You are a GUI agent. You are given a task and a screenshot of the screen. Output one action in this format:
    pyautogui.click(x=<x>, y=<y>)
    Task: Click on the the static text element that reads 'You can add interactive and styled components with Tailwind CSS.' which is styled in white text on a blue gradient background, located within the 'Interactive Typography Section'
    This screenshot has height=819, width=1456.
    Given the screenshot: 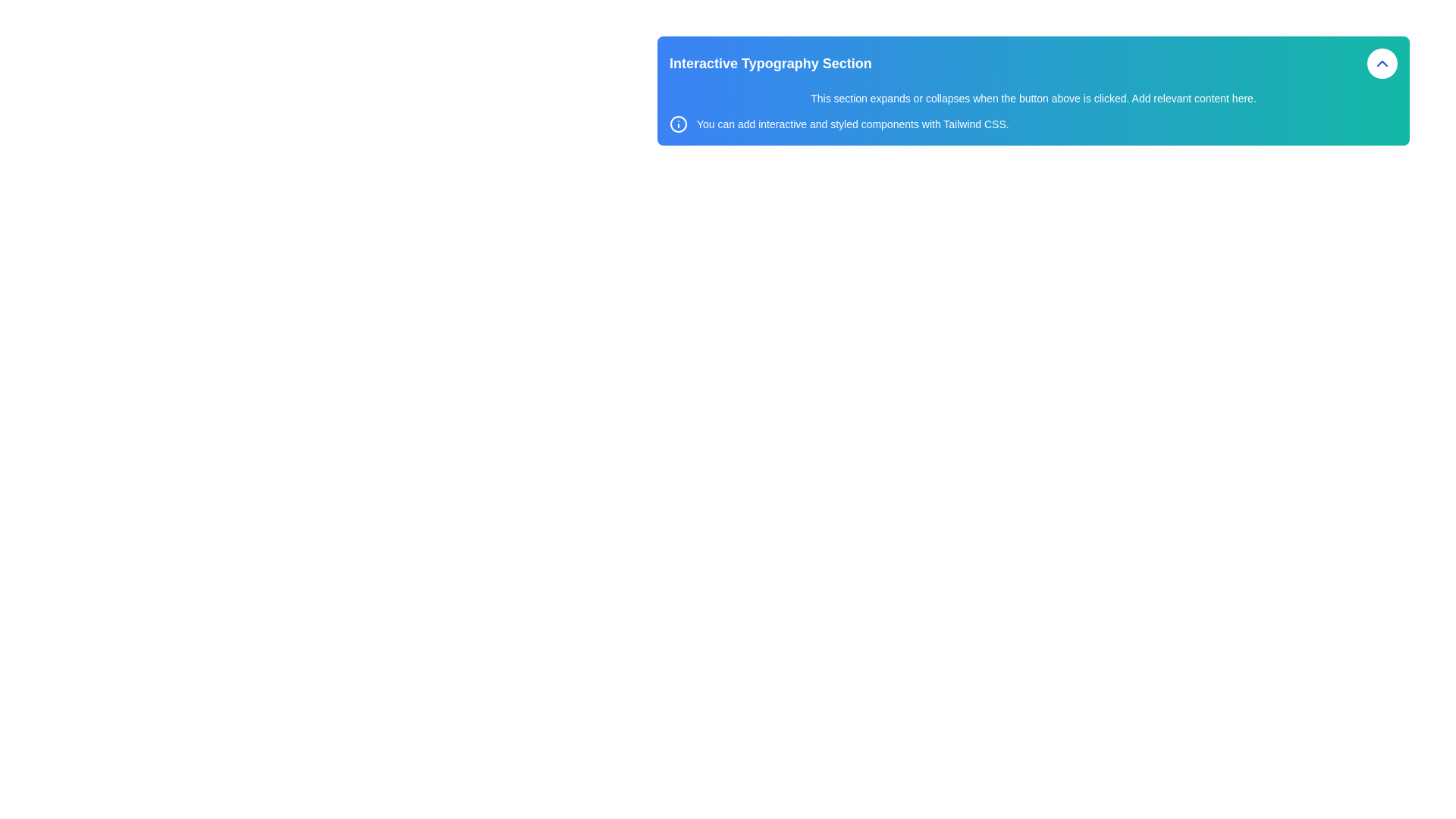 What is the action you would take?
    pyautogui.click(x=852, y=124)
    